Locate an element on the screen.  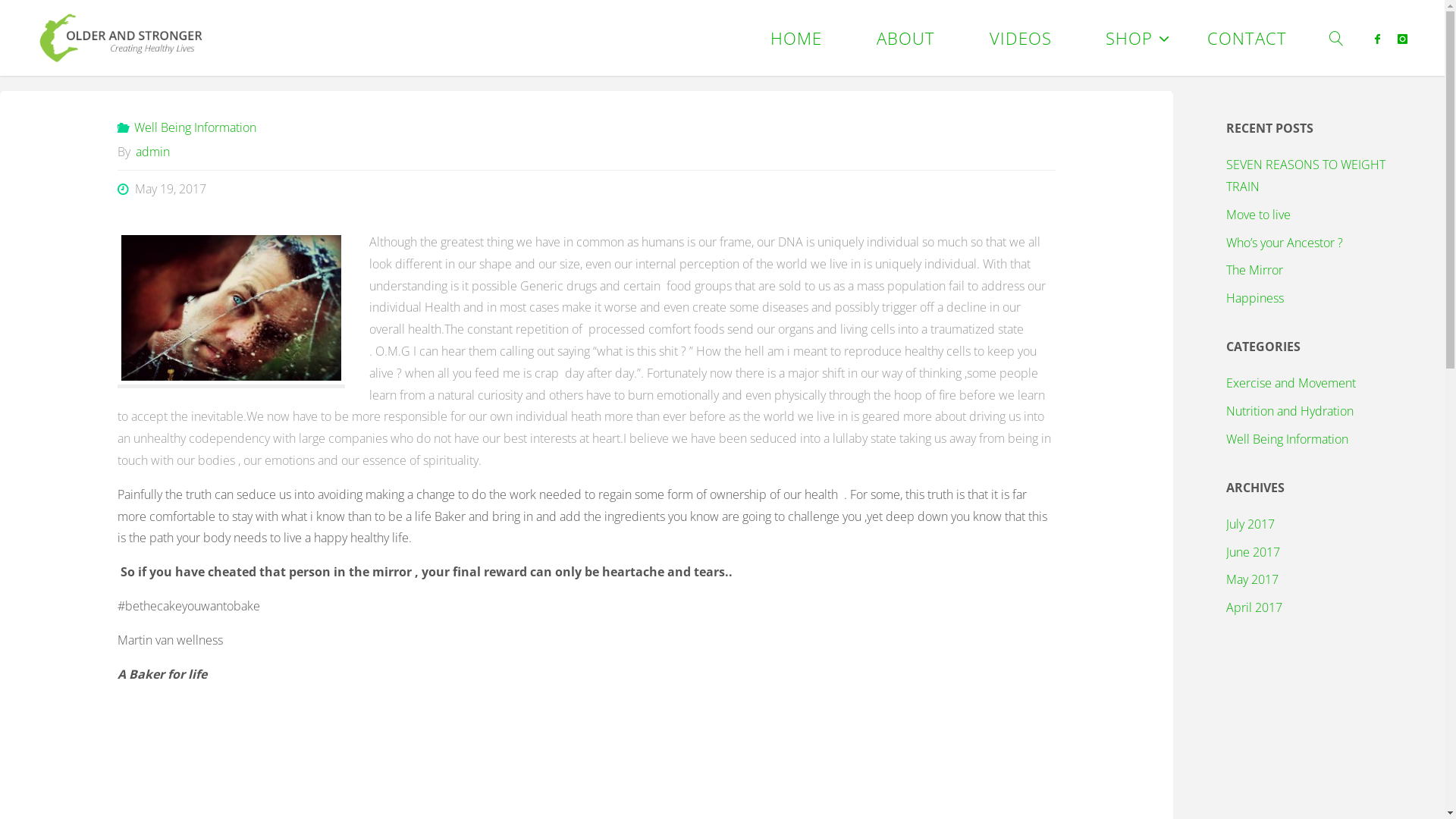
'Exercise and Movement' is located at coordinates (1290, 382).